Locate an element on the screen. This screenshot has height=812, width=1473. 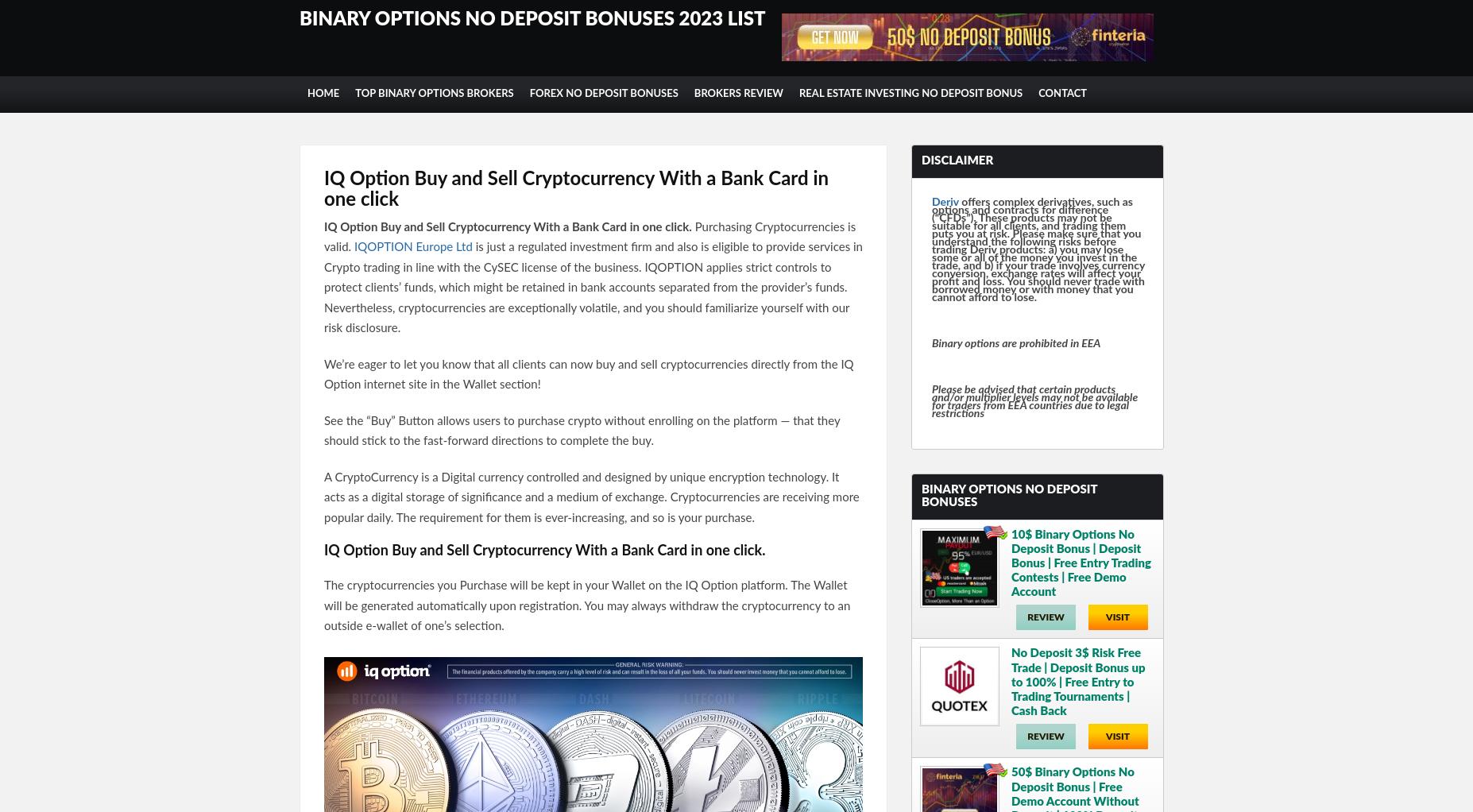
'Brokers Review' is located at coordinates (694, 94).